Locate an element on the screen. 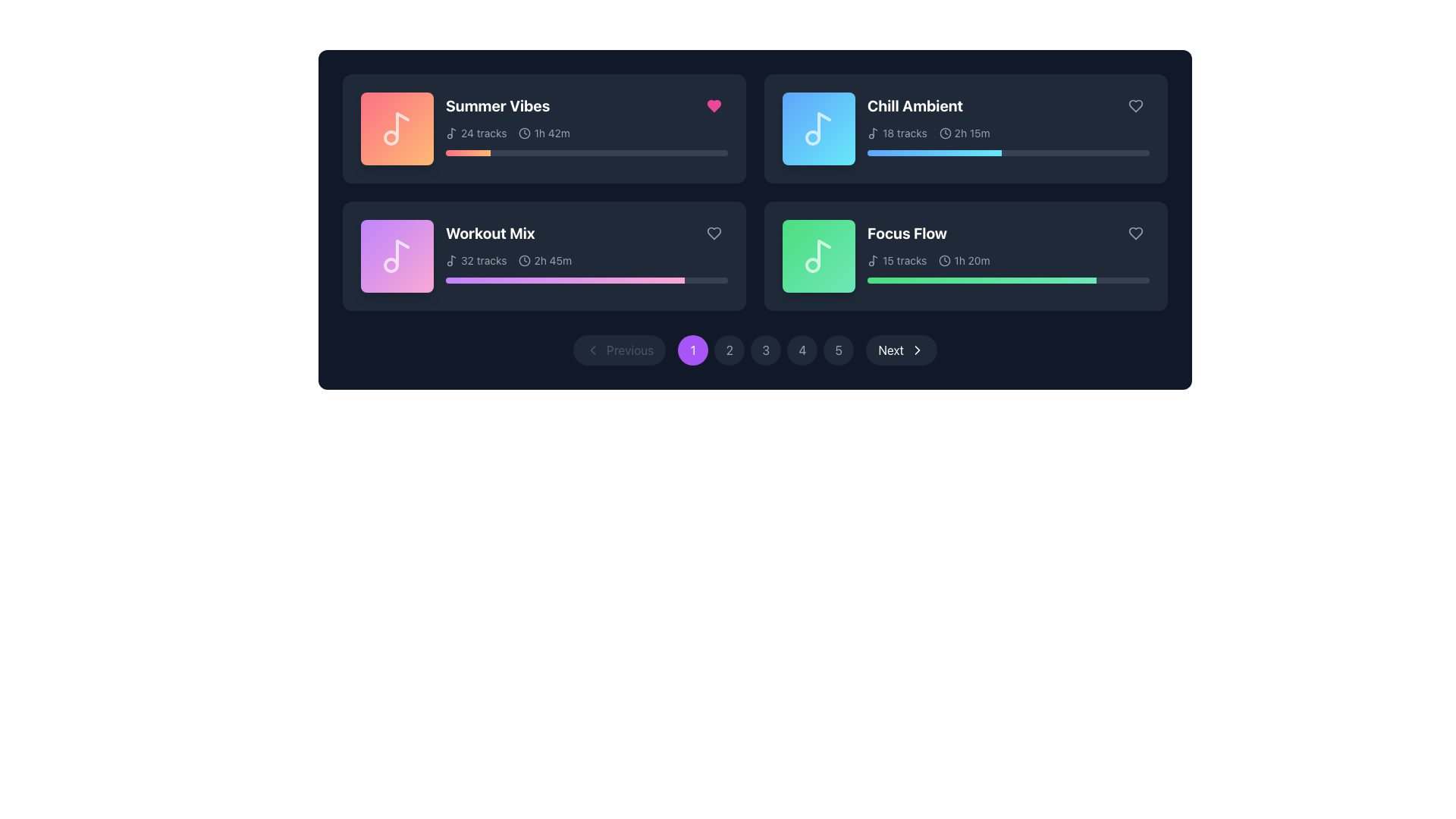  the musical note icon located in the 'Workout Mix' card, which is positioned to the left of the text '32 tracks' is located at coordinates (450, 259).